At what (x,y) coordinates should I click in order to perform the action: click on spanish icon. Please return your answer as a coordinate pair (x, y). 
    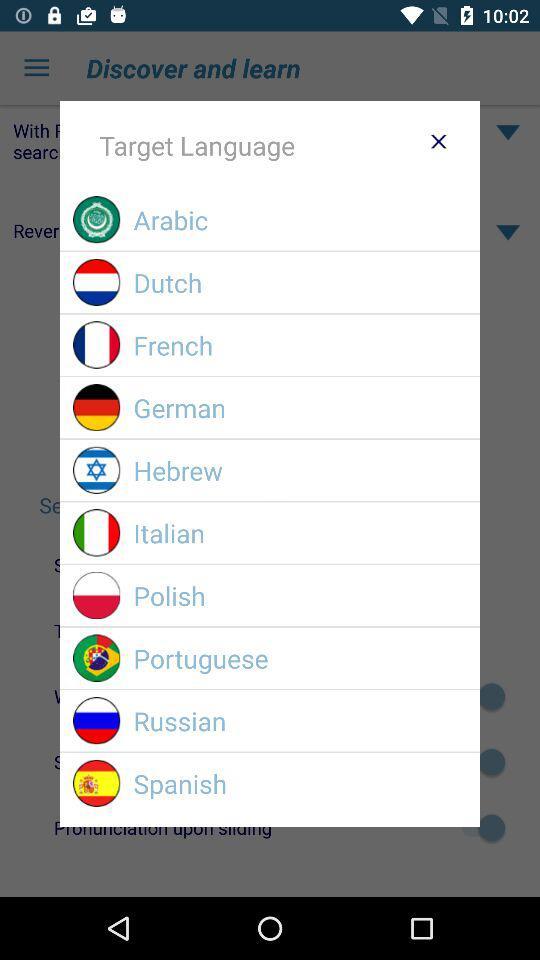
    Looking at the image, I should click on (299, 783).